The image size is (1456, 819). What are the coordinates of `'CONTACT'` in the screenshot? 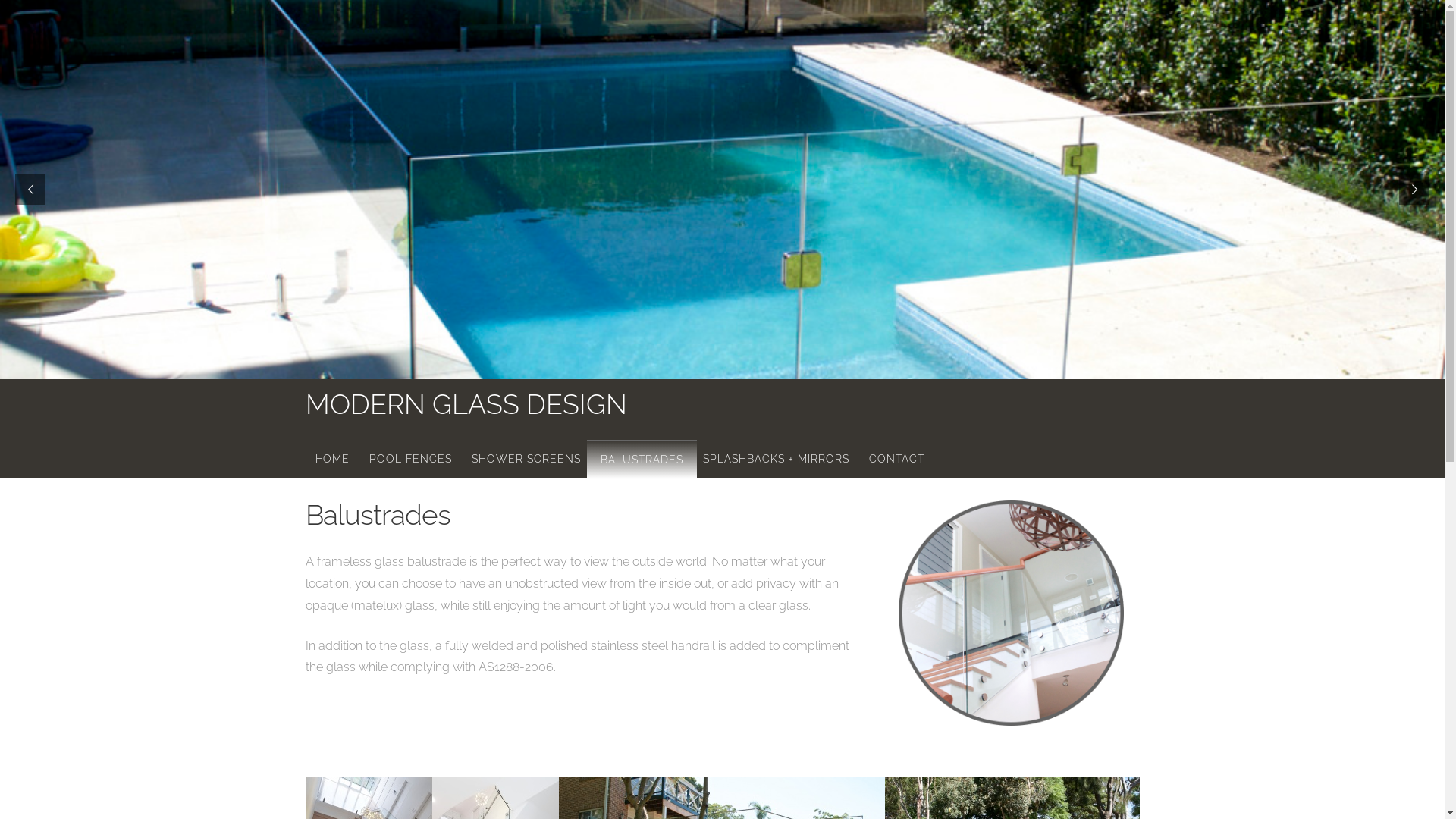 It's located at (858, 455).